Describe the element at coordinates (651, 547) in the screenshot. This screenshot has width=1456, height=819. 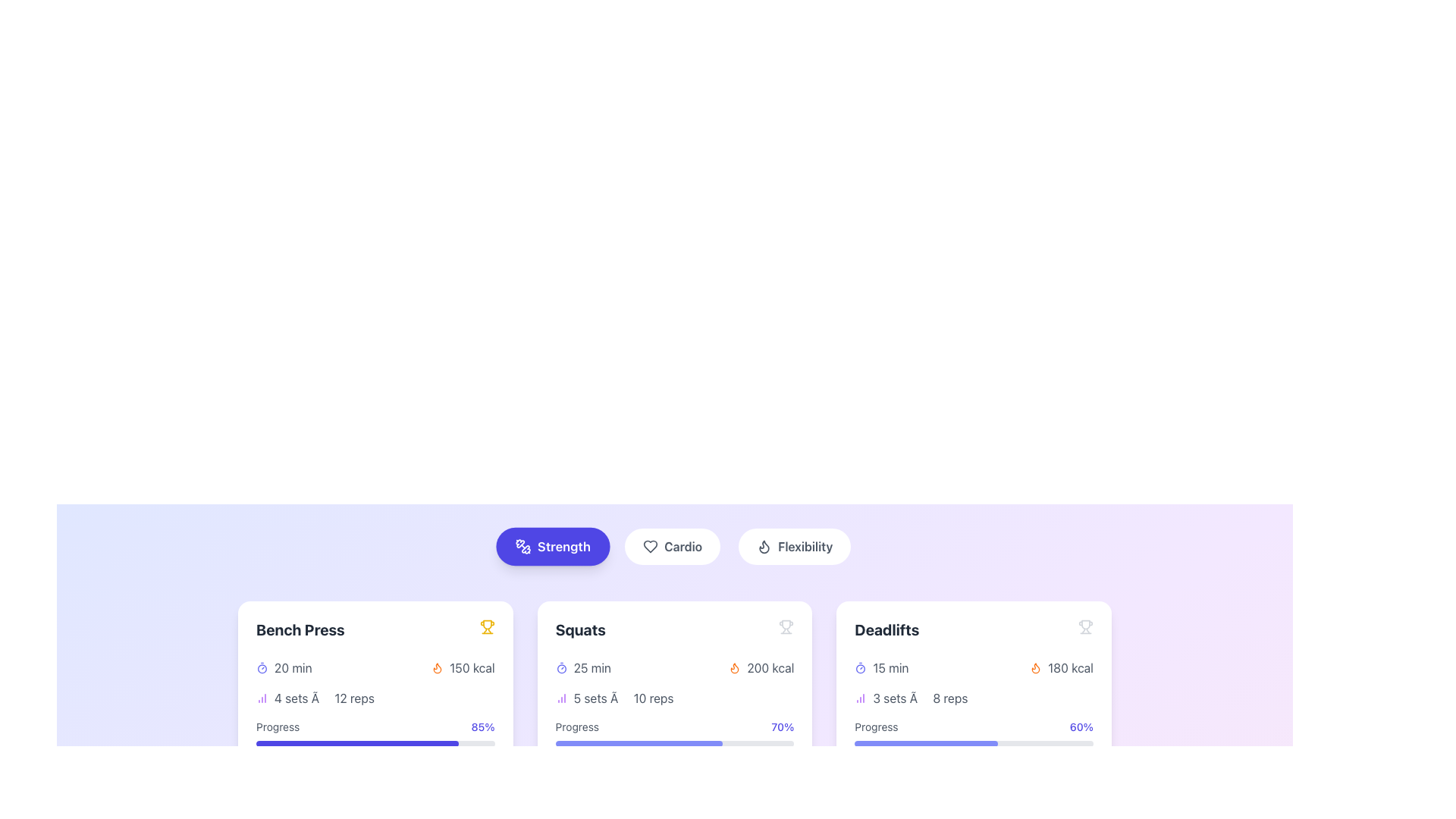
I see `the 'Cardio' icon, which is located on the left side of the 'Cardio' button among the three buttons labeled 'Strength', 'Cardio', and 'Flexibility'` at that location.